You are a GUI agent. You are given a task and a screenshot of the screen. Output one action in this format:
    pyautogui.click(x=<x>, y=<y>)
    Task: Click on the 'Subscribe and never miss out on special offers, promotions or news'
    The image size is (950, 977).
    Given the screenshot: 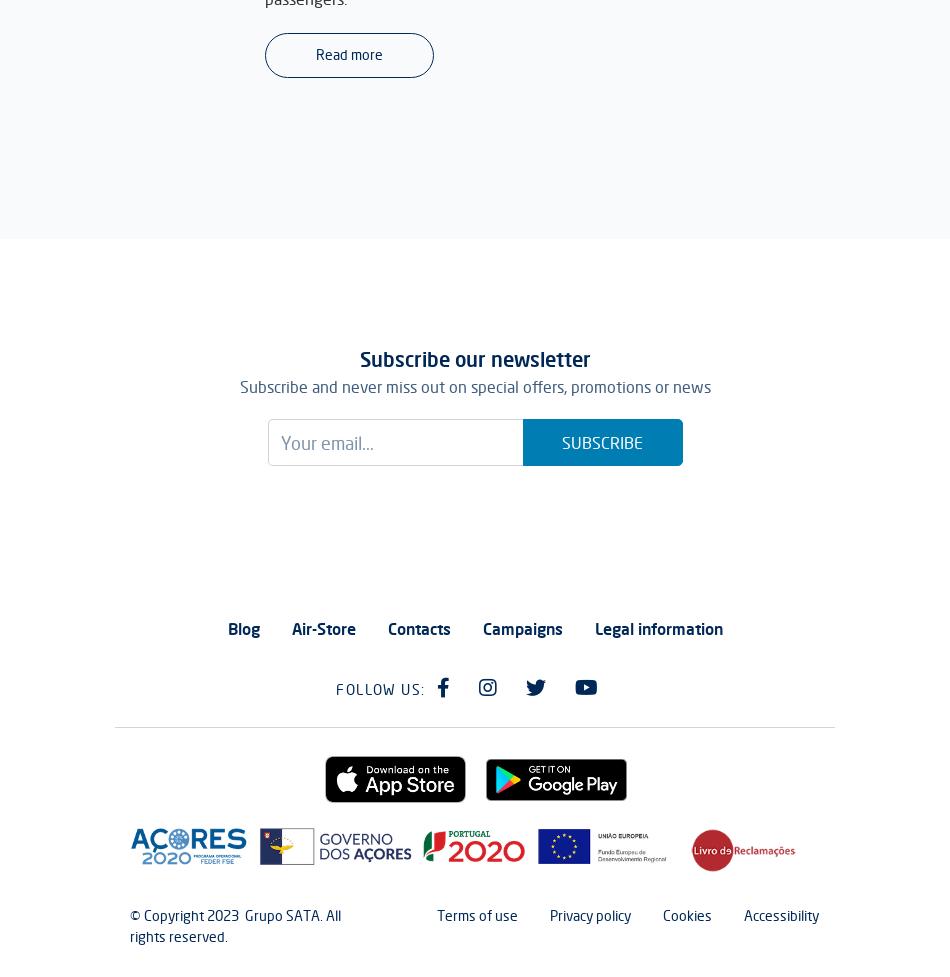 What is the action you would take?
    pyautogui.click(x=473, y=386)
    